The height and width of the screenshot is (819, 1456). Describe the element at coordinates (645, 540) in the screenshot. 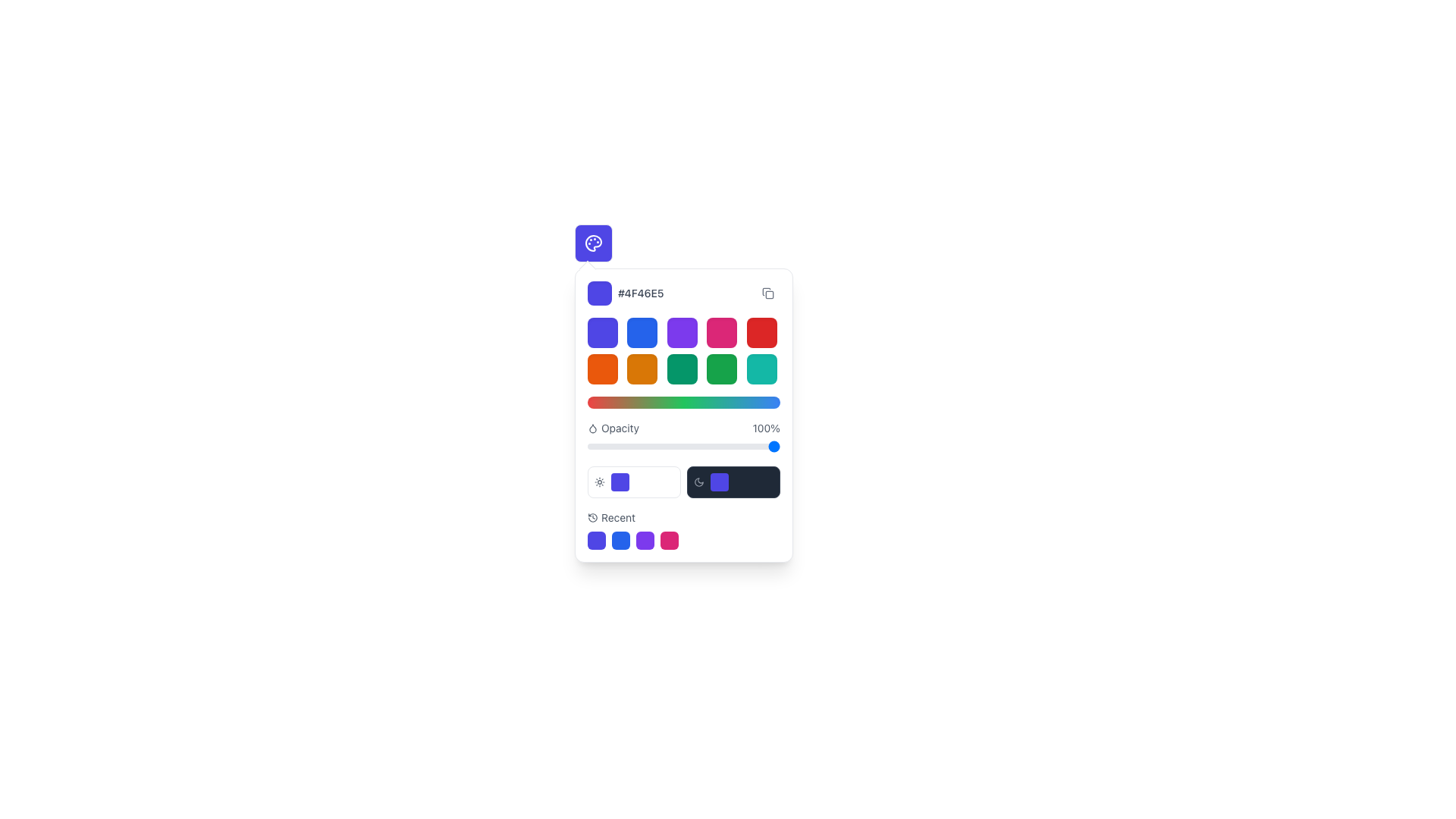

I see `the third clickable color selection box filled with vibrant purple color located in the 'Recent' section of the dropdown panel` at that location.